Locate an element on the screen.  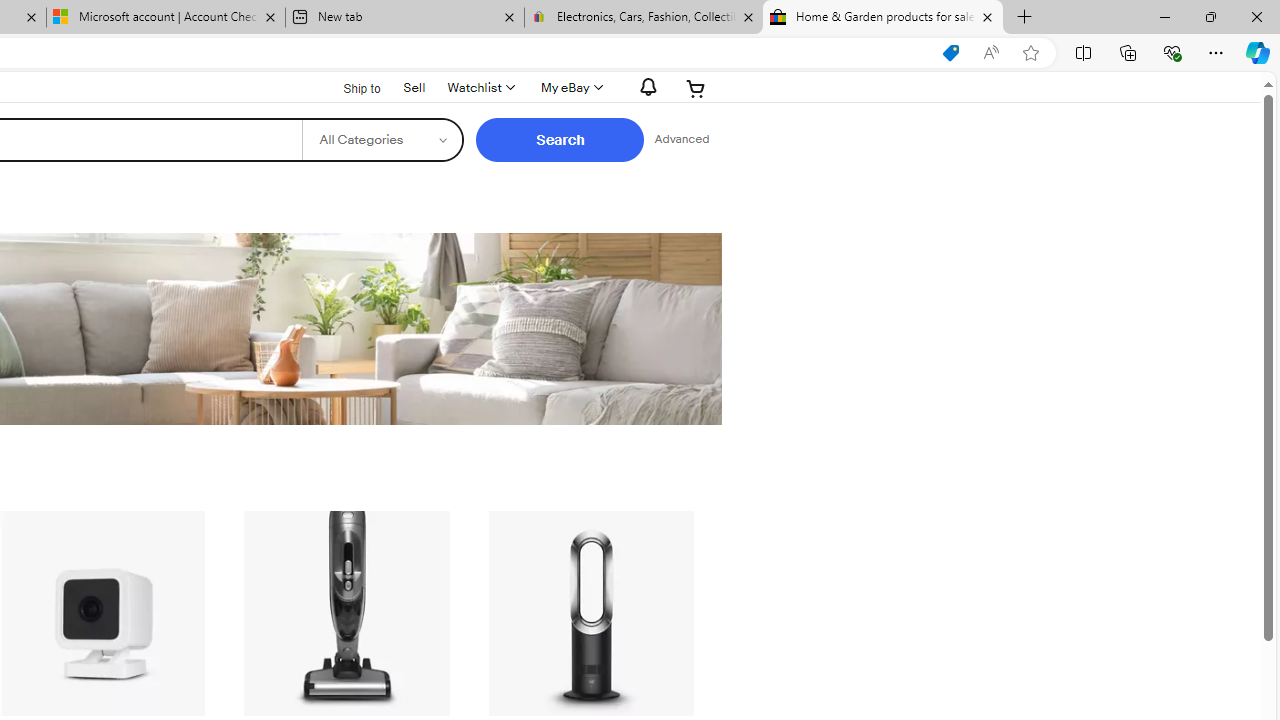
'Search' is located at coordinates (560, 139).